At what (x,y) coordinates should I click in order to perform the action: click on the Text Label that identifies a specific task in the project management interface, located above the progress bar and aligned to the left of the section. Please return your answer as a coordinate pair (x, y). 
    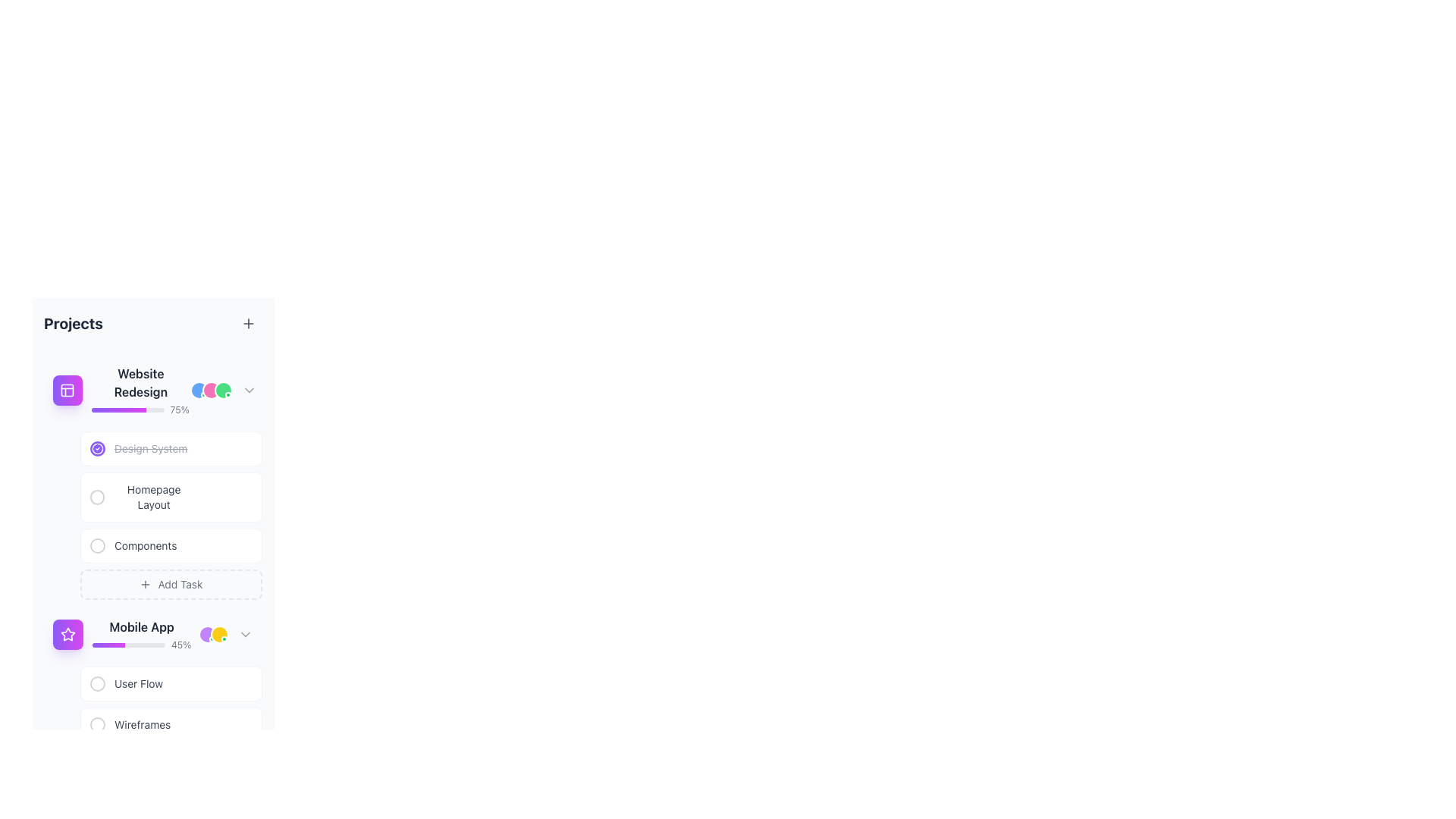
    Looking at the image, I should click on (142, 626).